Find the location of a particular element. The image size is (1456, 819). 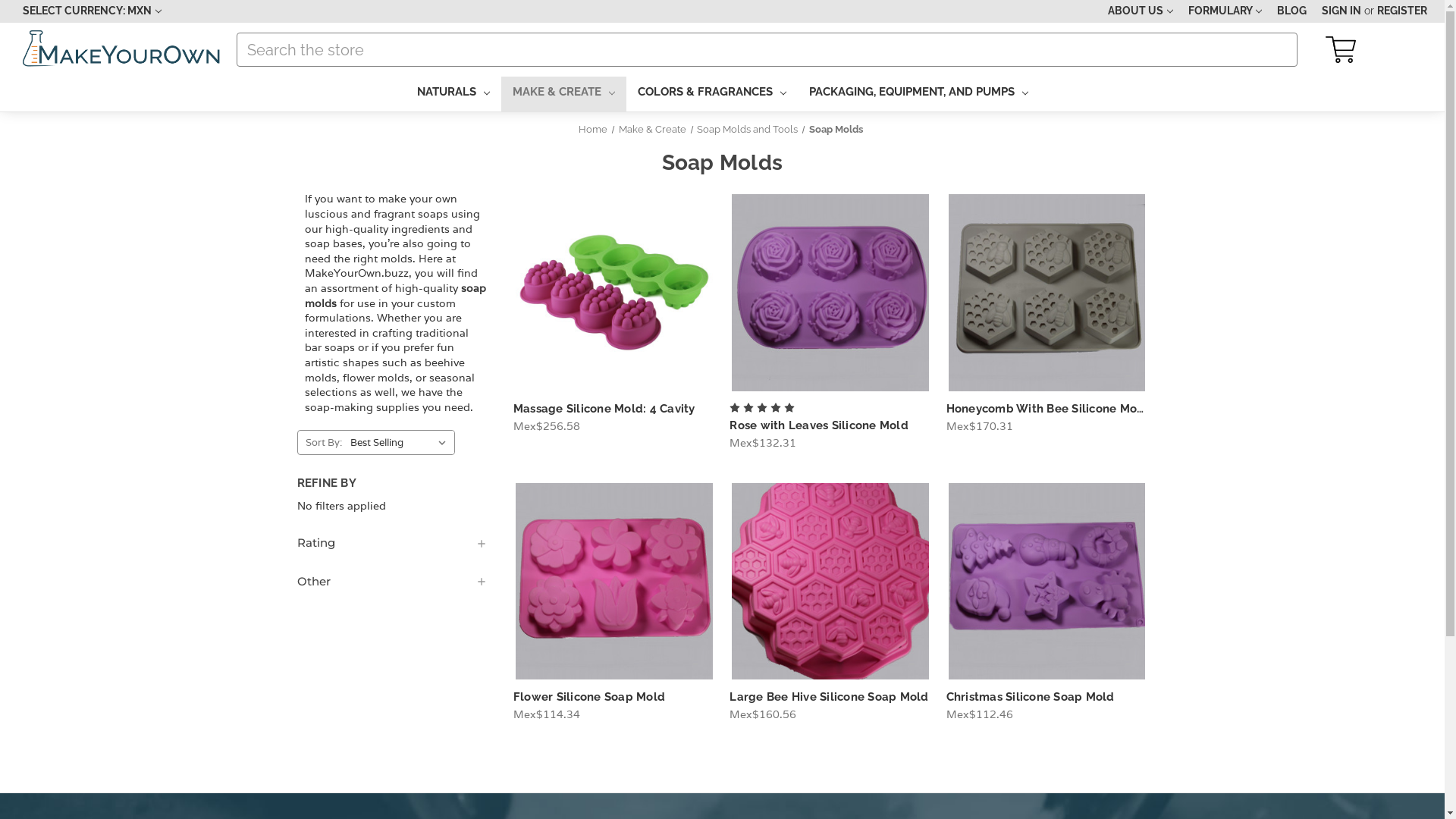

'Large Bee Hive Silicone Soap Mold Outside' is located at coordinates (829, 581).